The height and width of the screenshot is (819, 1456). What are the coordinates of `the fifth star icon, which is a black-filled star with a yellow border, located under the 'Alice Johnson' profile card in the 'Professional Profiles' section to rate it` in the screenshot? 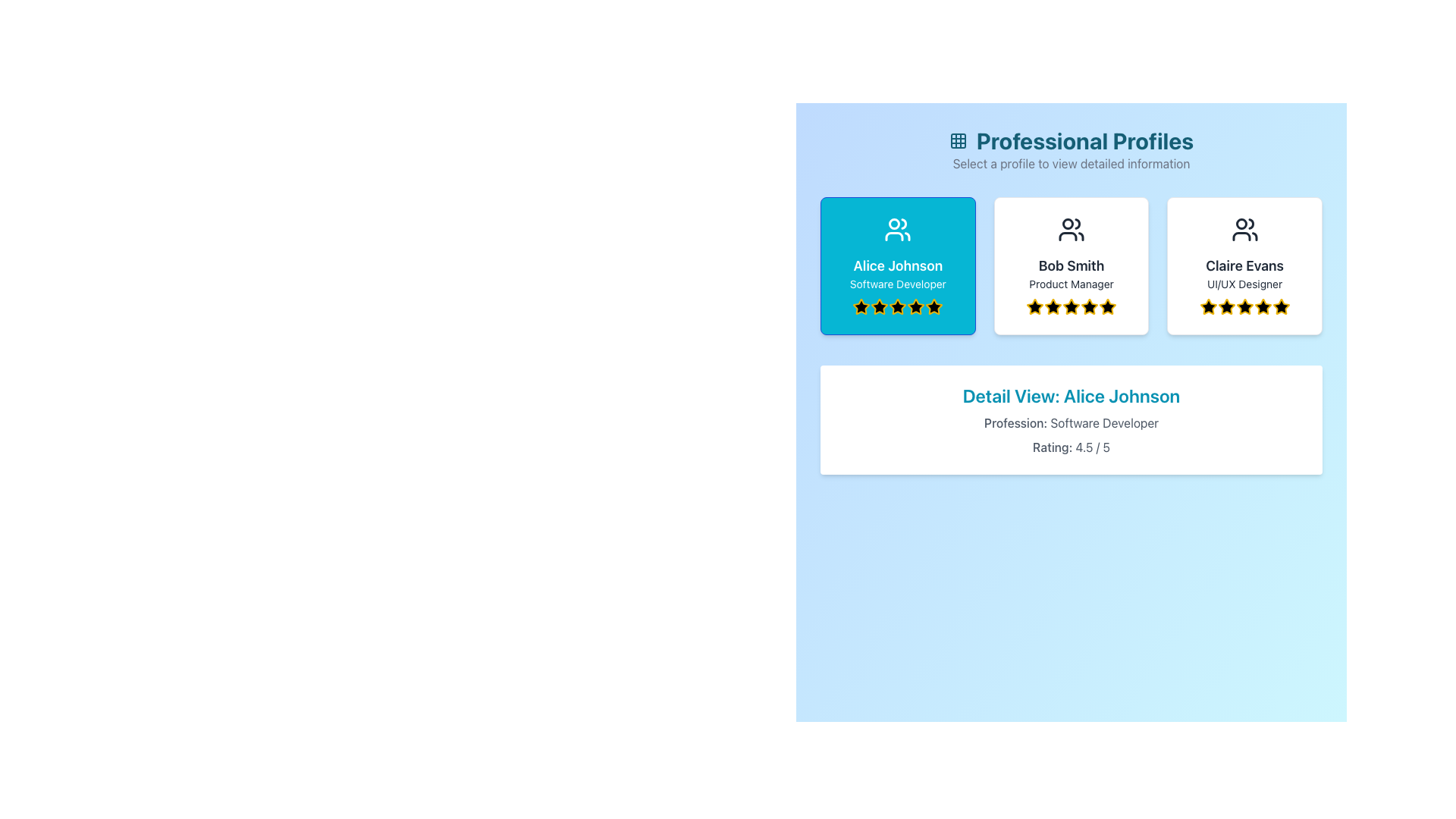 It's located at (934, 307).